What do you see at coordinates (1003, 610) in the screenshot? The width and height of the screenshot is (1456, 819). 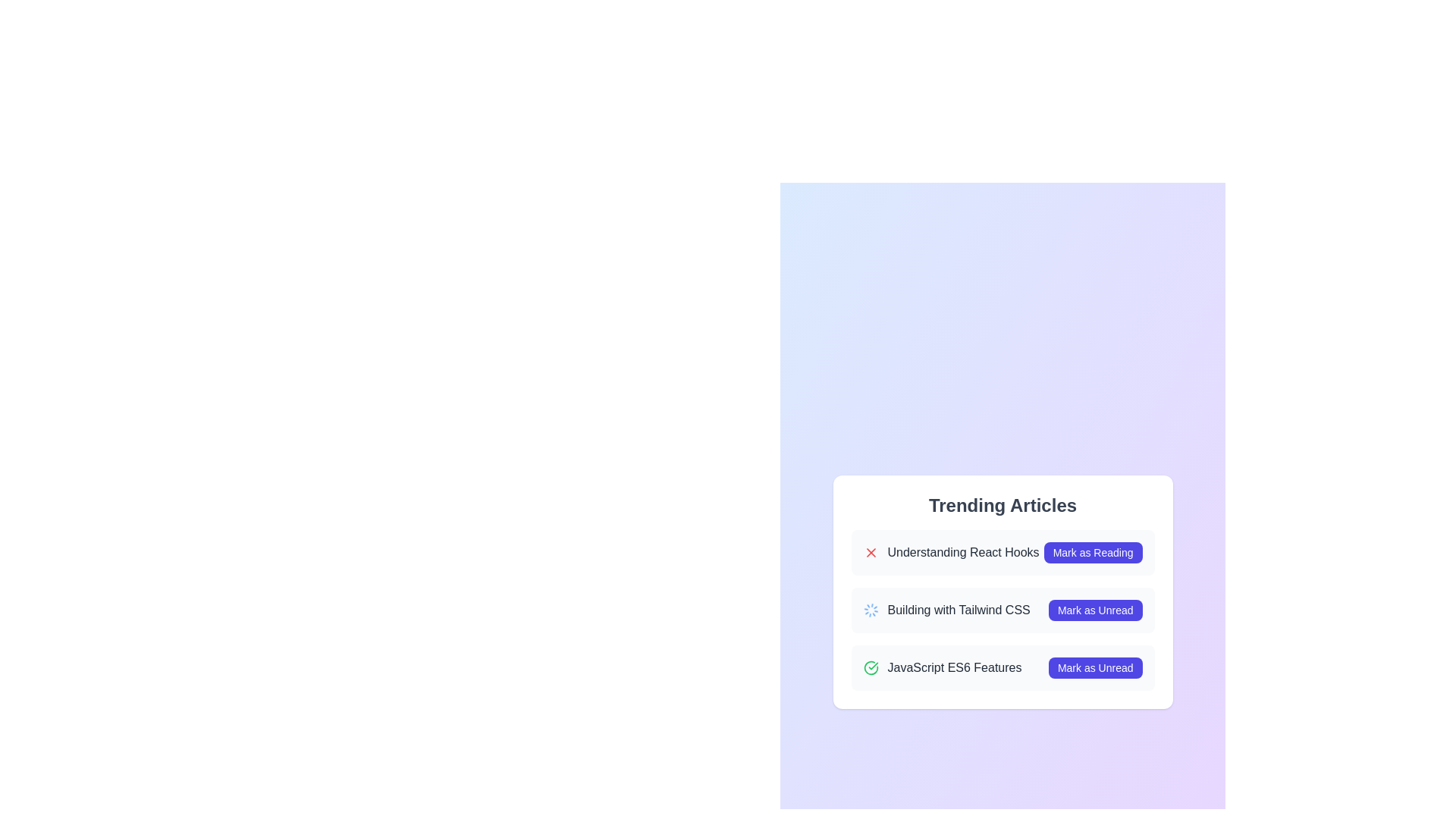 I see `title text 'Building with Tailwind CSS' from the second item in the 'Trending Articles' list, which features a blue animated spinner icon and a 'Mark as Unread' button` at bounding box center [1003, 610].